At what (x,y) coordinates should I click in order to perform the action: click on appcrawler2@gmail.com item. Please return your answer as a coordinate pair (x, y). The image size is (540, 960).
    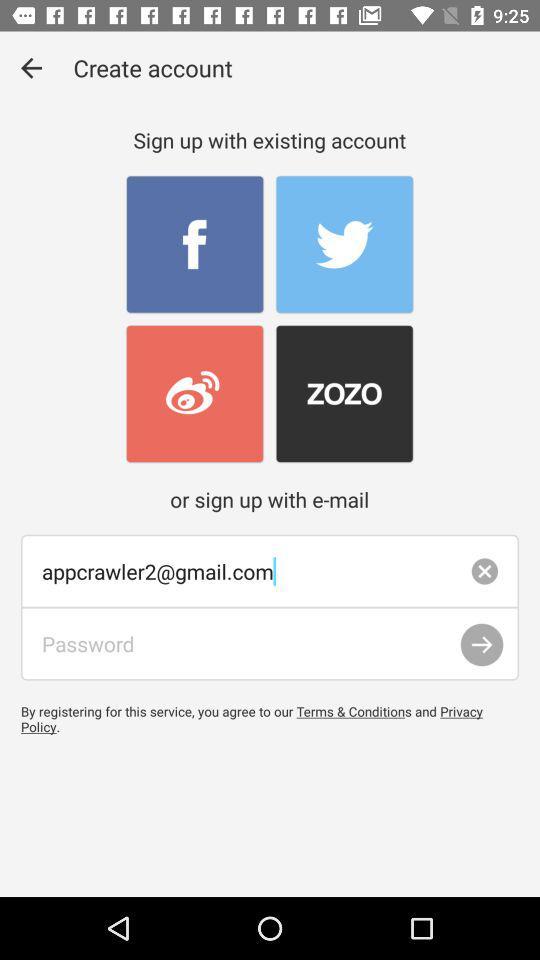
    Looking at the image, I should click on (270, 571).